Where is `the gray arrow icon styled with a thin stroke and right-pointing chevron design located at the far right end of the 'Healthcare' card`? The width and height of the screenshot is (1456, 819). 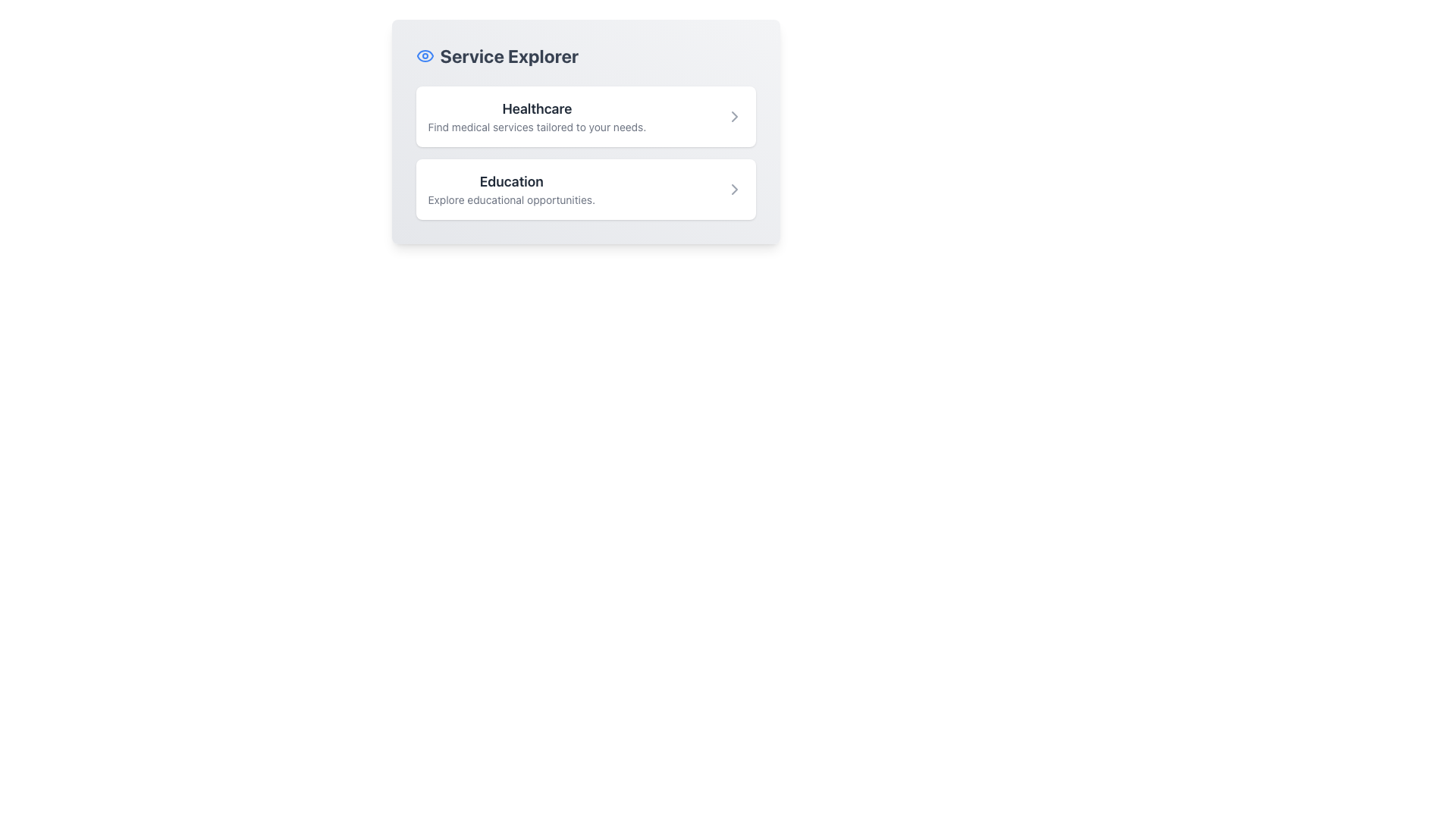
the gray arrow icon styled with a thin stroke and right-pointing chevron design located at the far right end of the 'Healthcare' card is located at coordinates (734, 116).